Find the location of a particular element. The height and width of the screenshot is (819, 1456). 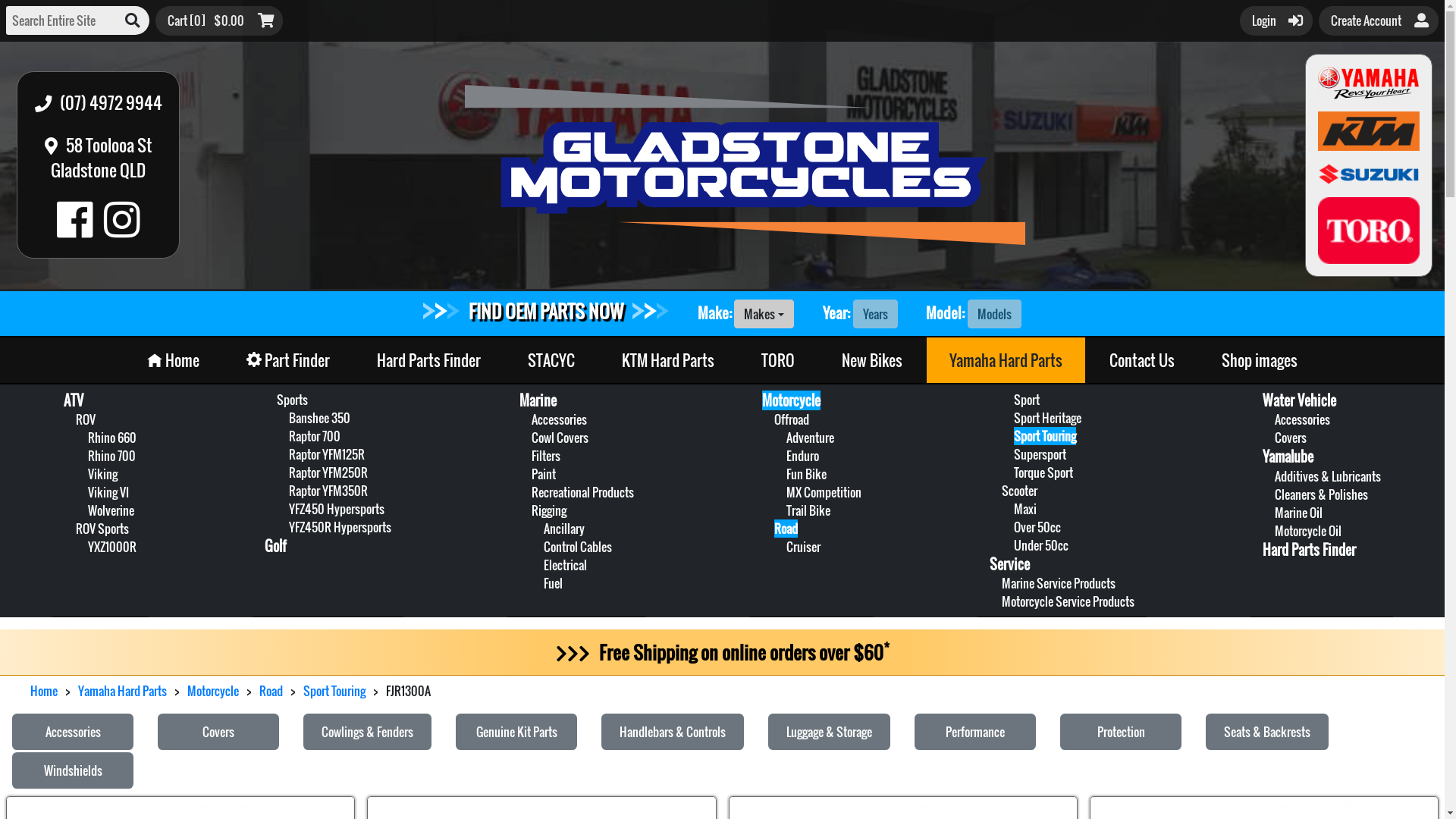

'Makes' is located at coordinates (734, 312).